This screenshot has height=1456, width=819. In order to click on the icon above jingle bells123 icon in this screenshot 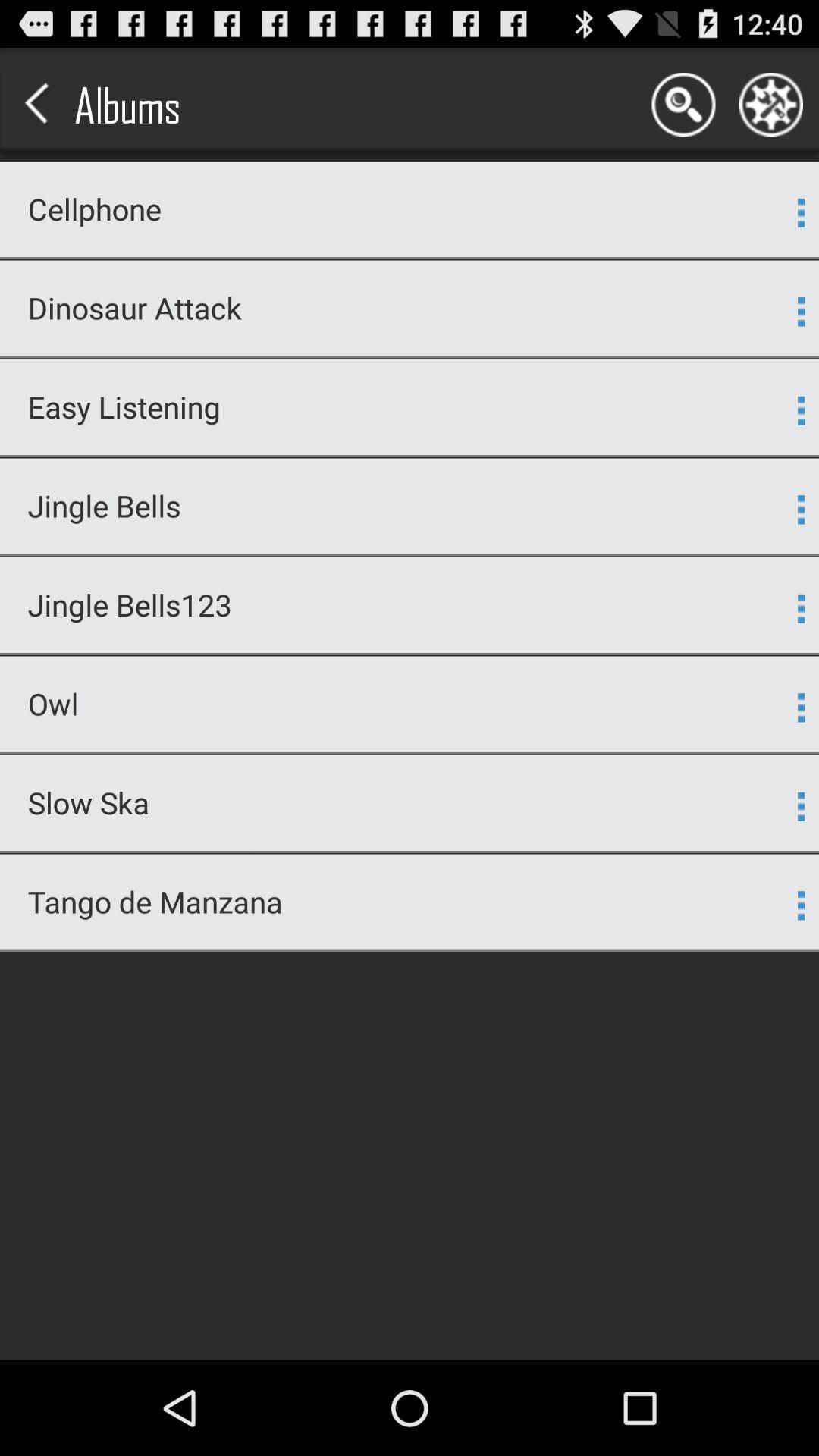, I will do `click(409, 554)`.